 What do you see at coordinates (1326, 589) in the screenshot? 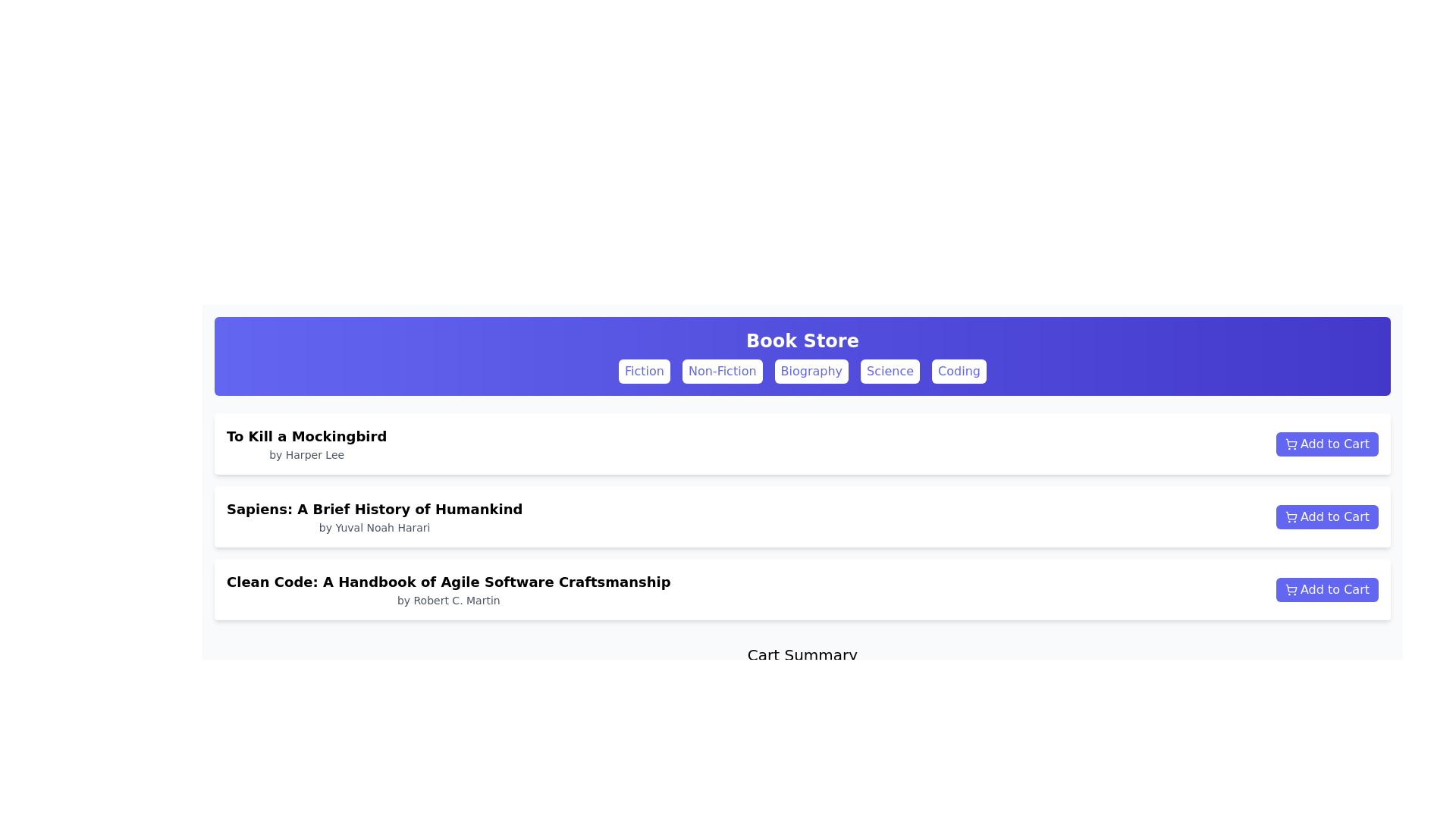
I see `the 'Add to Cart' button for the book 'Clean Code: A Handbook of Agile Software Craftsmanship'` at bounding box center [1326, 589].